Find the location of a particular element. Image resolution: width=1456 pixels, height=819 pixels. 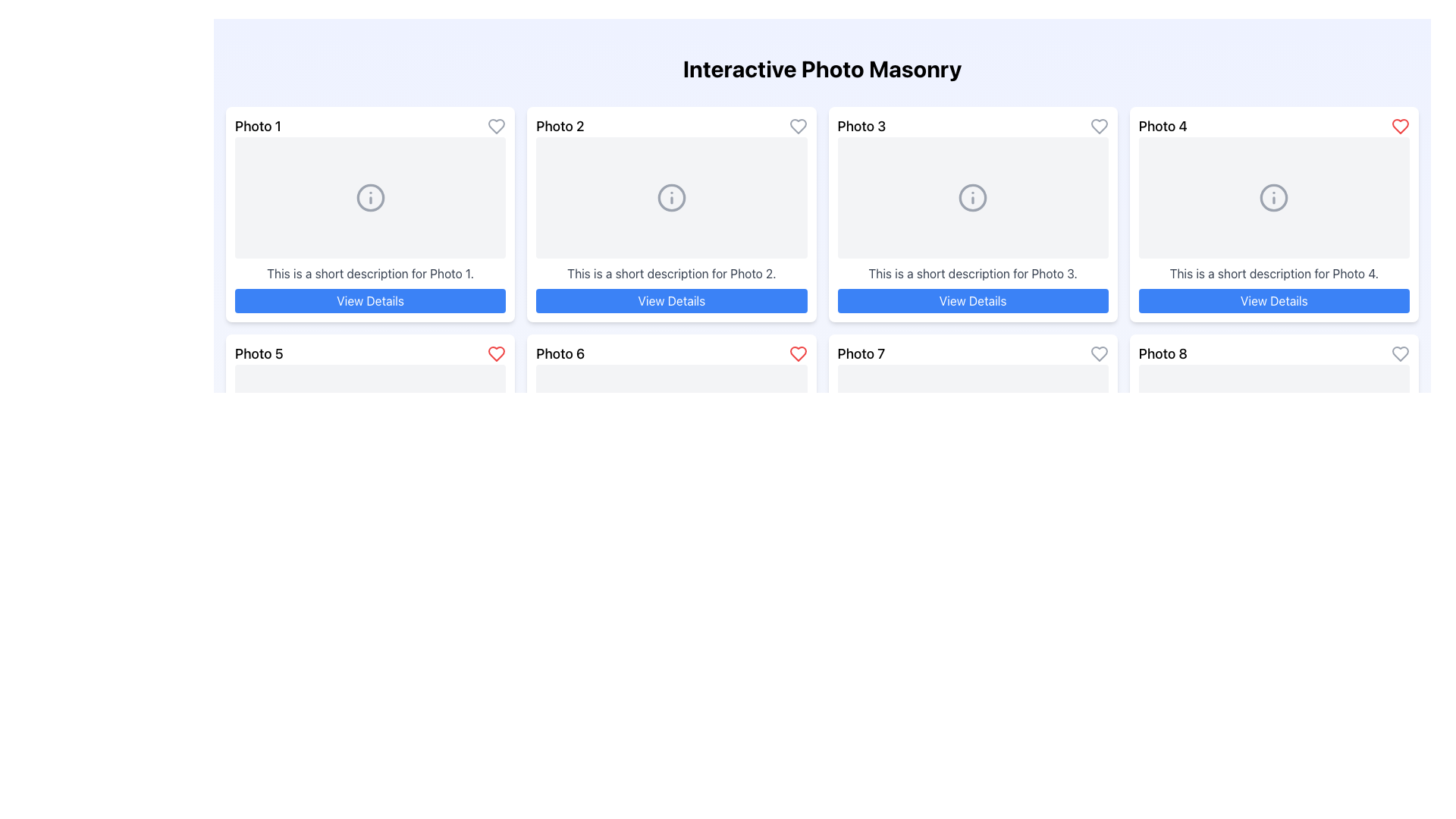

the informational icon located in the second card from the left in the top row of the grid layout is located at coordinates (670, 197).